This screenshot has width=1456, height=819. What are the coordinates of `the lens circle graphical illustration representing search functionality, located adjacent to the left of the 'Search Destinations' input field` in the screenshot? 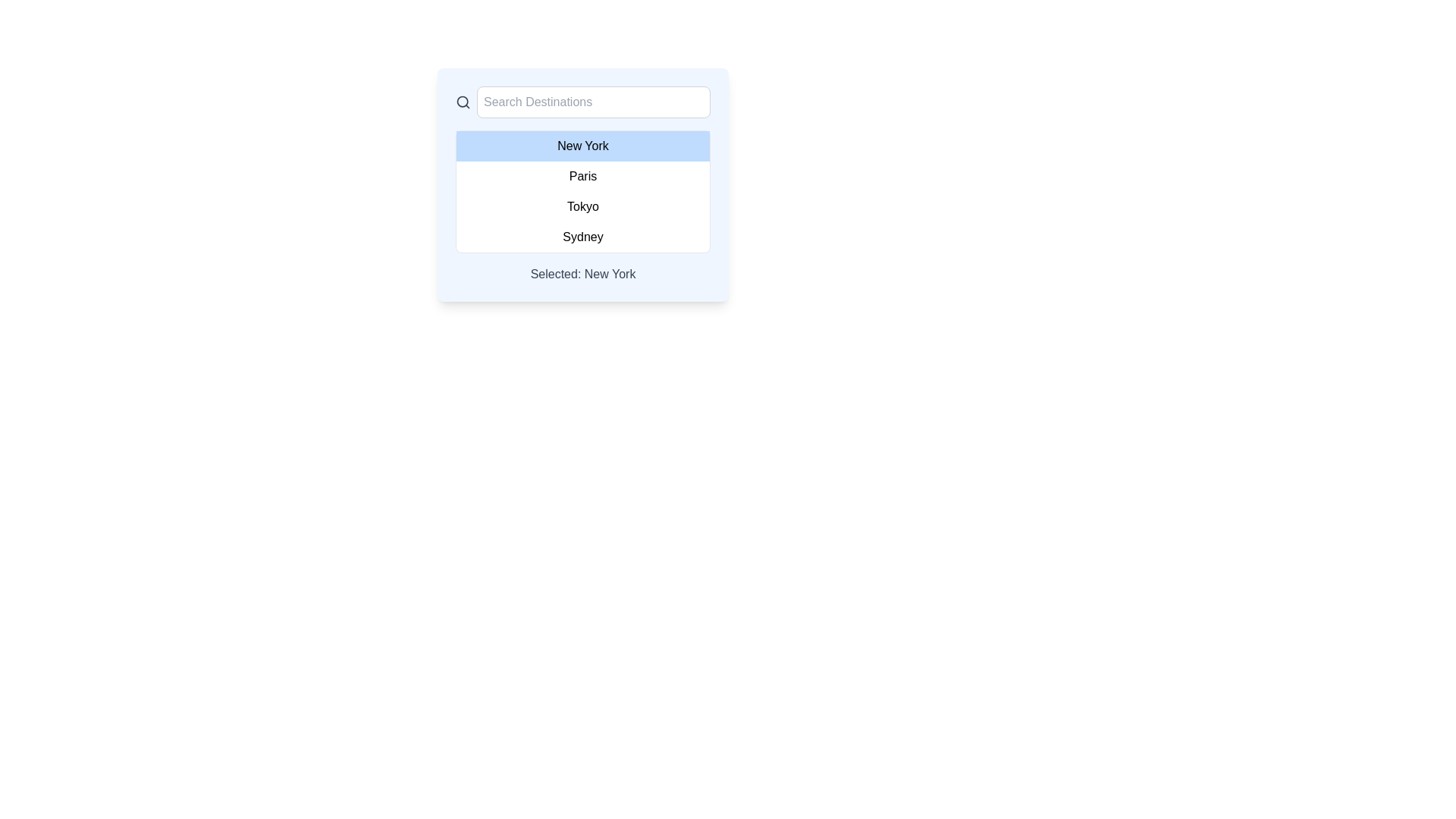 It's located at (462, 102).